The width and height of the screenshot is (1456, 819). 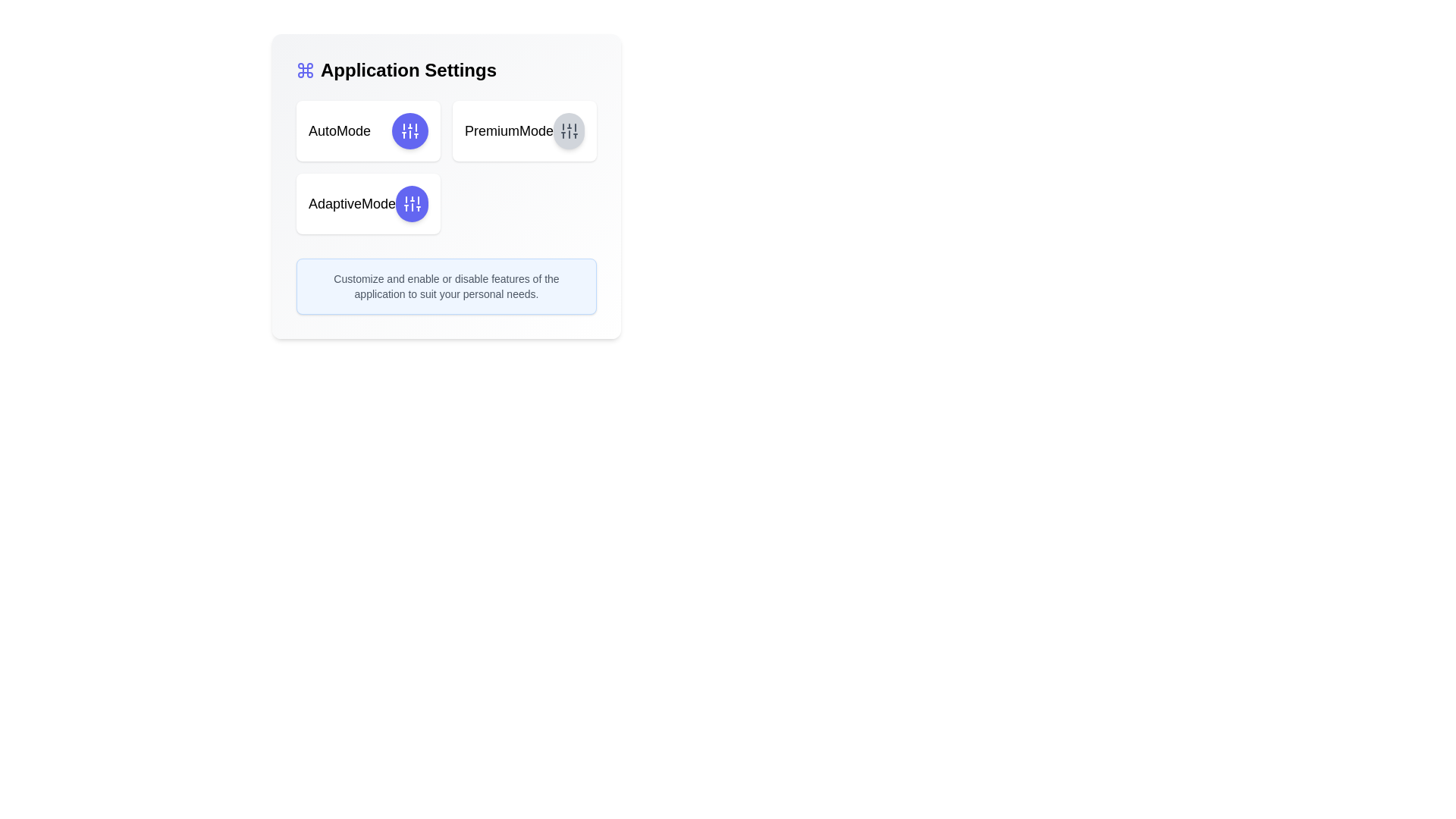 What do you see at coordinates (368, 130) in the screenshot?
I see `the 'AutoMode' text on the Selectable Option Card with Action Button, located in the upper-left portion of the 'Application Settings' section` at bounding box center [368, 130].